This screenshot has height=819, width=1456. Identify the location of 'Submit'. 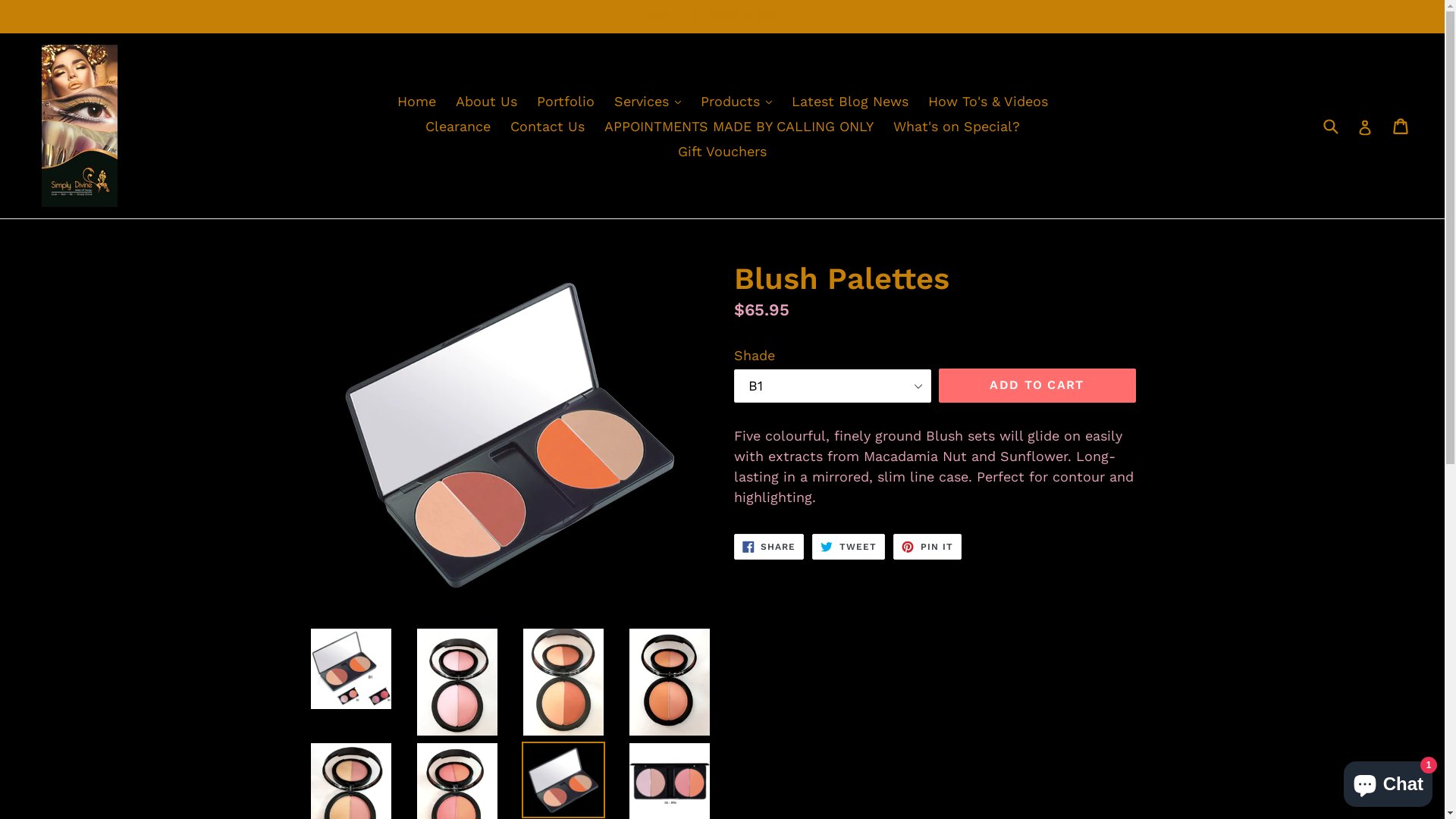
(1329, 124).